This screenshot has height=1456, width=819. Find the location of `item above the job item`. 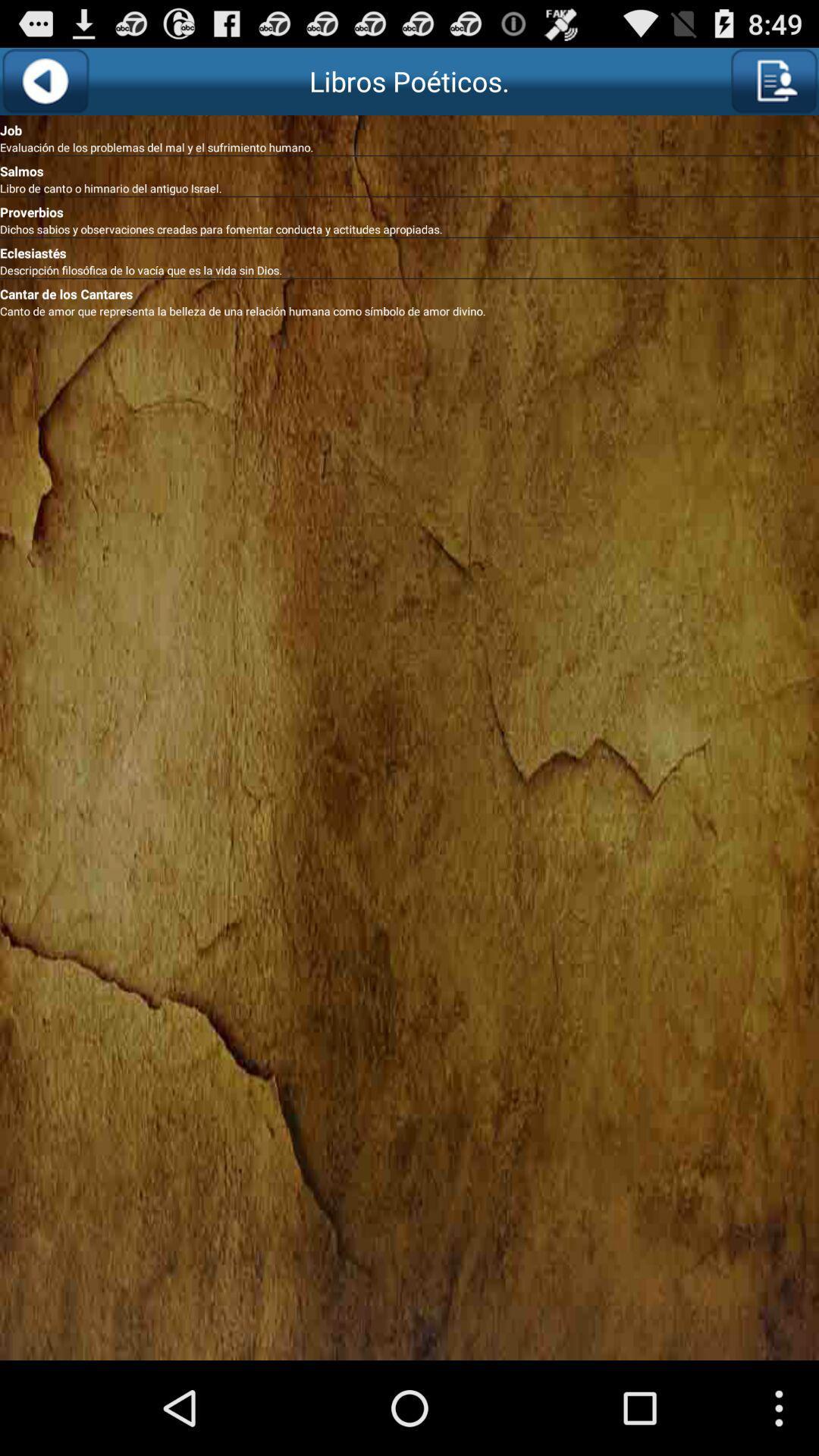

item above the job item is located at coordinates (44, 80).